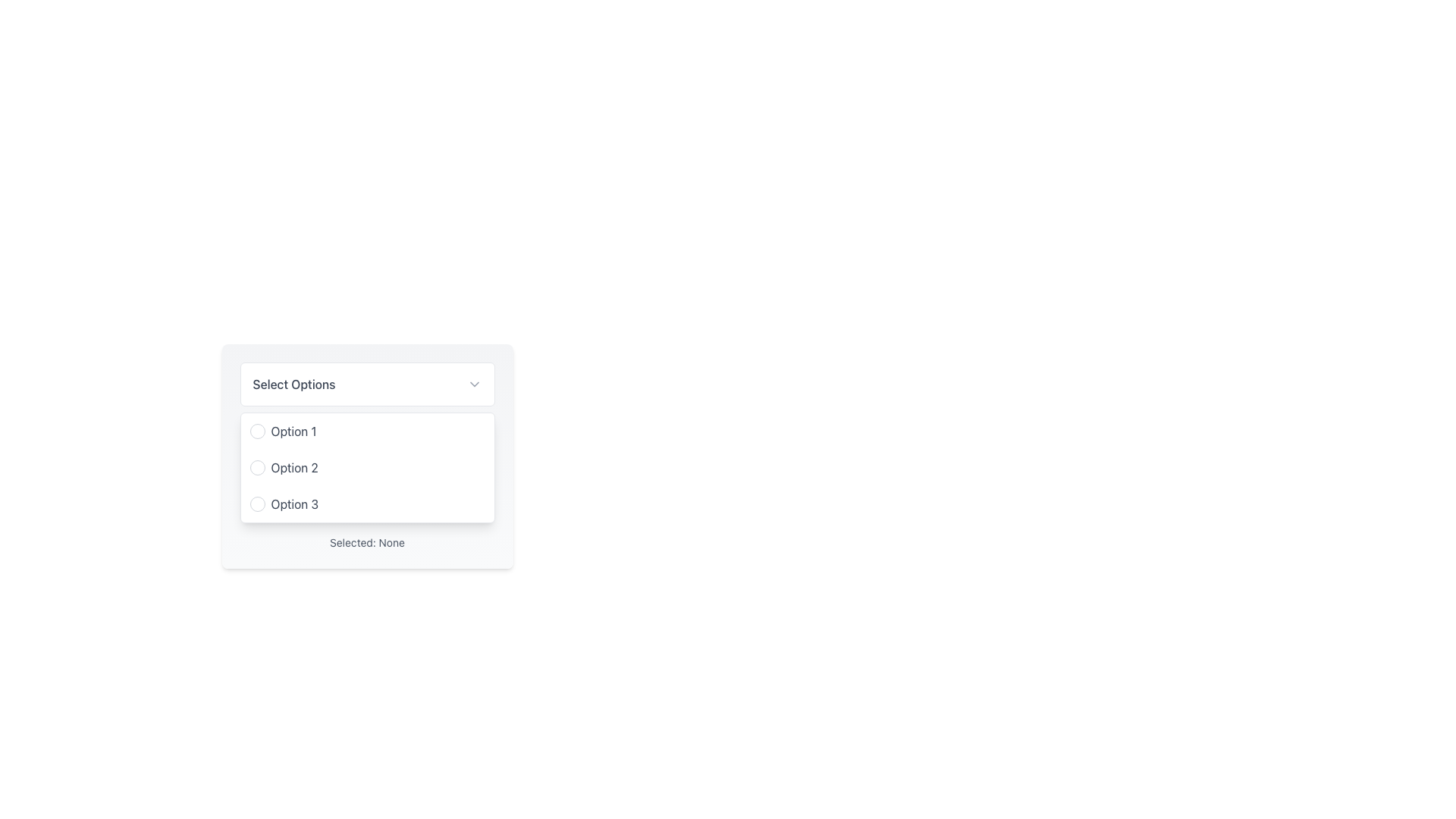  I want to click on the radio button for 'Option 3', so click(257, 504).